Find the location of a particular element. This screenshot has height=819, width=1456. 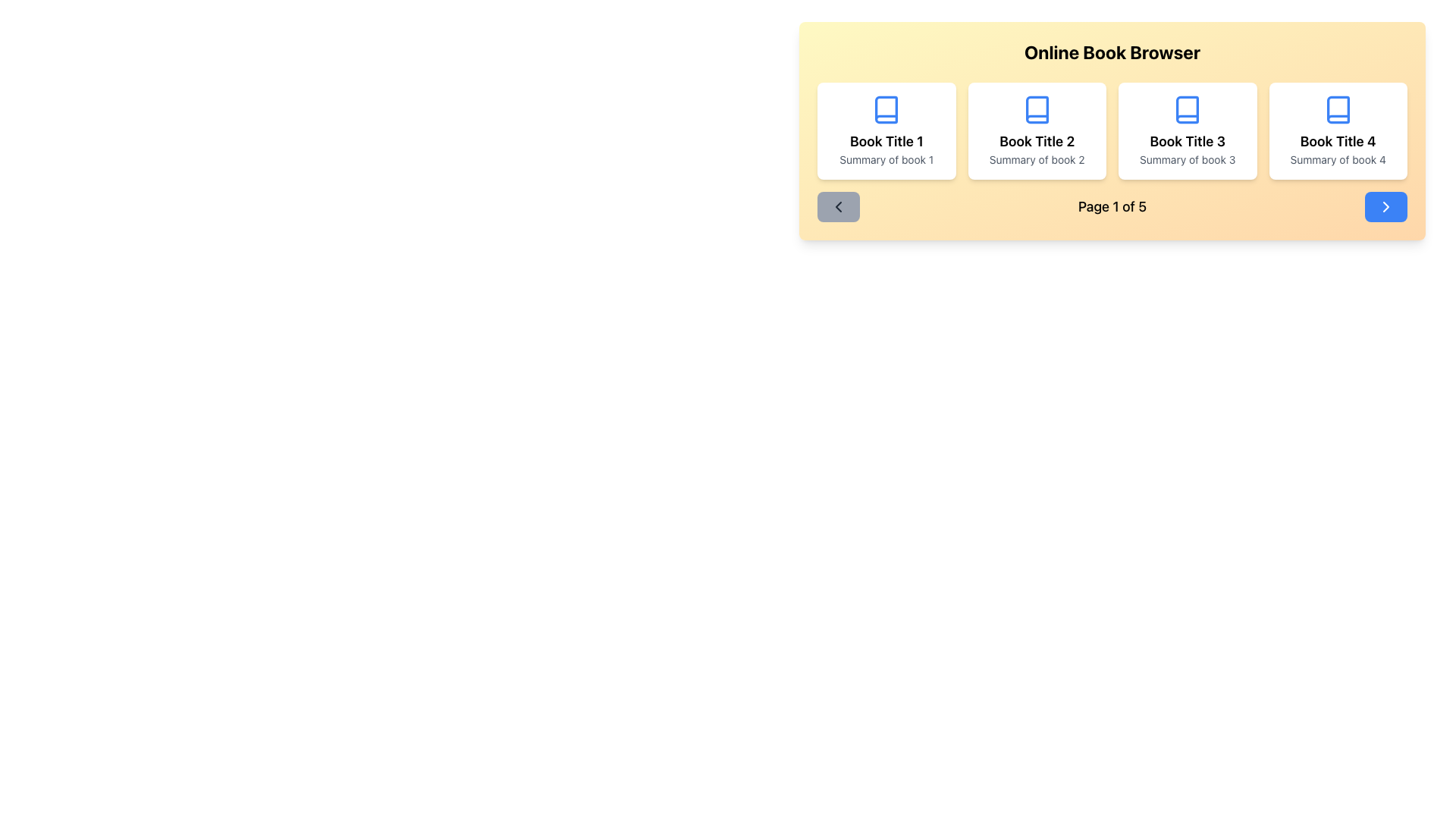

the text element providing a summary for 'Book Title 4', located in the far-right card of a horizontal row of four cards, positioned below the title is located at coordinates (1338, 160).